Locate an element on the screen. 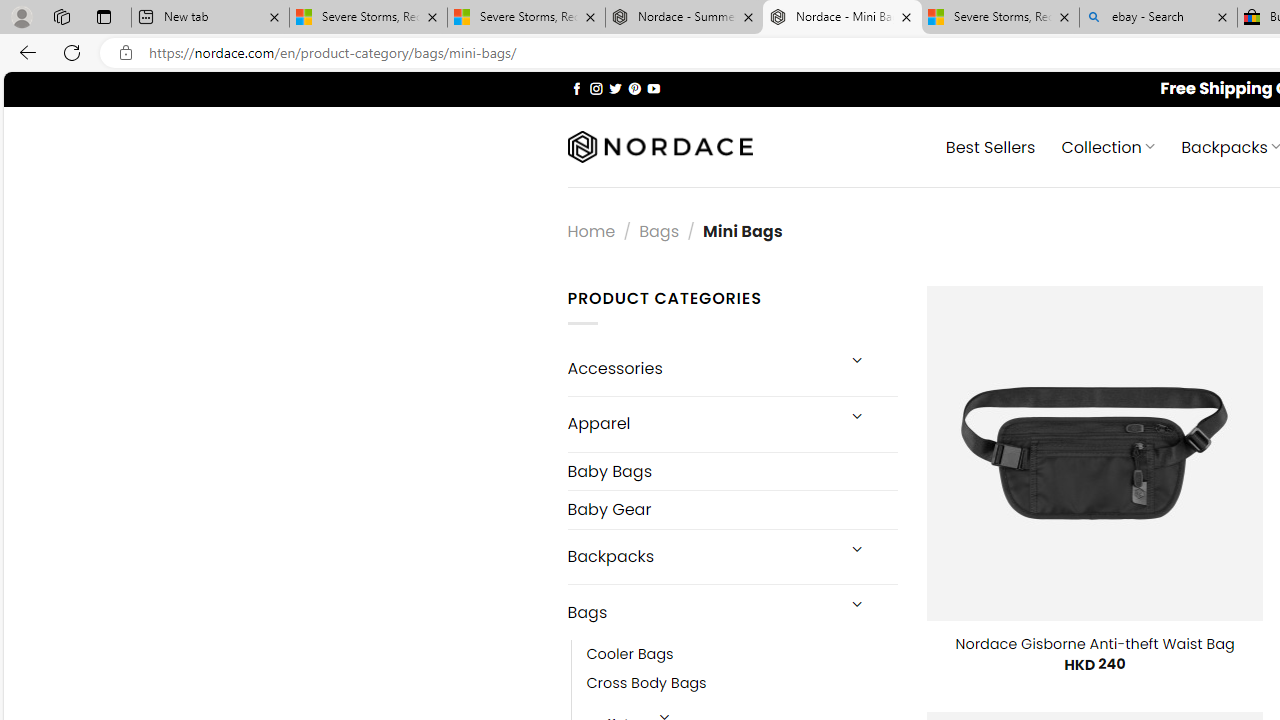 The width and height of the screenshot is (1280, 720). 'Home' is located at coordinates (590, 230).